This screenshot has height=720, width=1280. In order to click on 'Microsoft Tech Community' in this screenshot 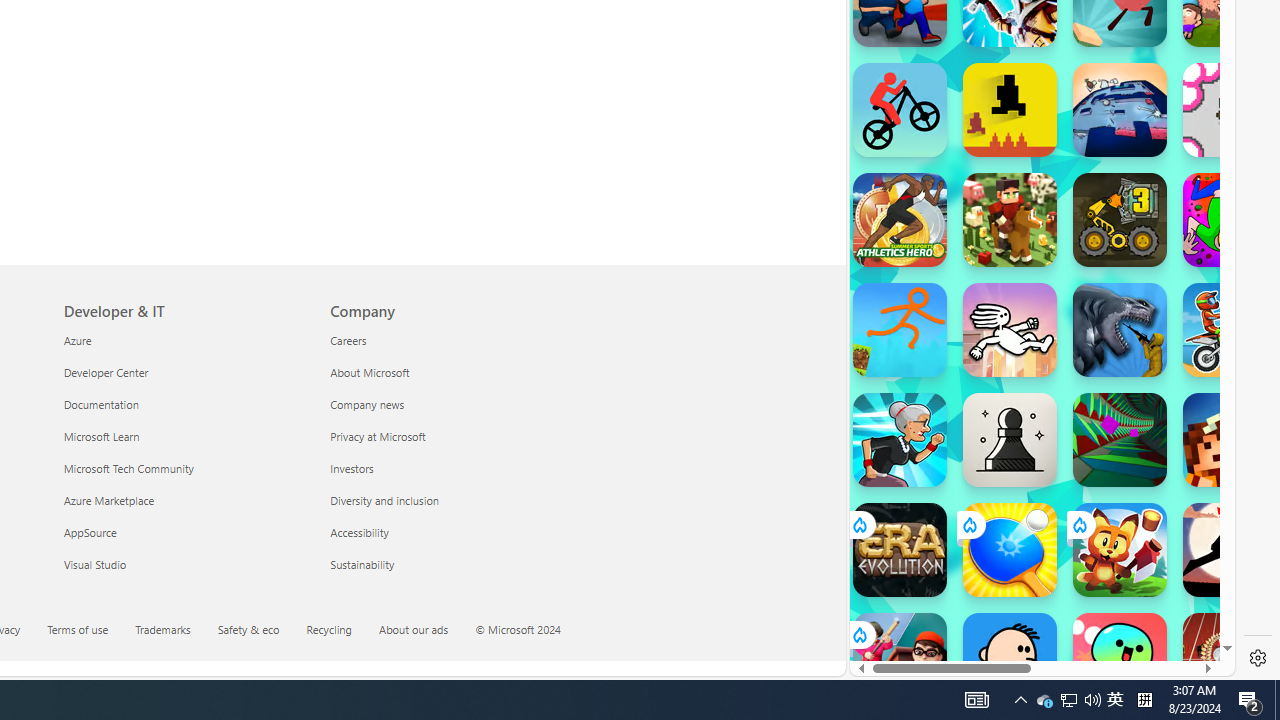, I will do `click(184, 468)`.